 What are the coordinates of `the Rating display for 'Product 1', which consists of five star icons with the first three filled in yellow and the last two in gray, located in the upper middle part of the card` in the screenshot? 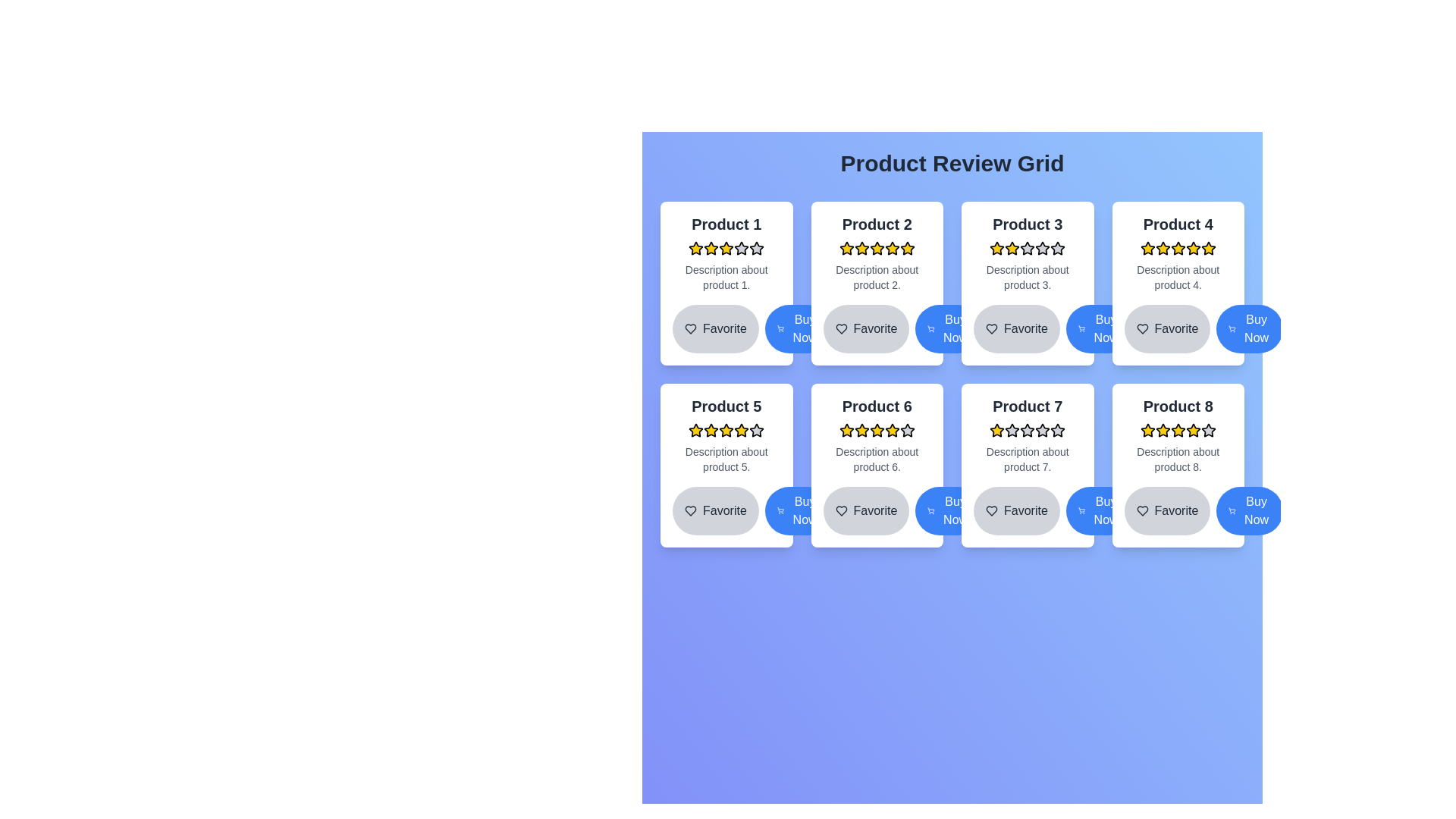 It's located at (726, 247).